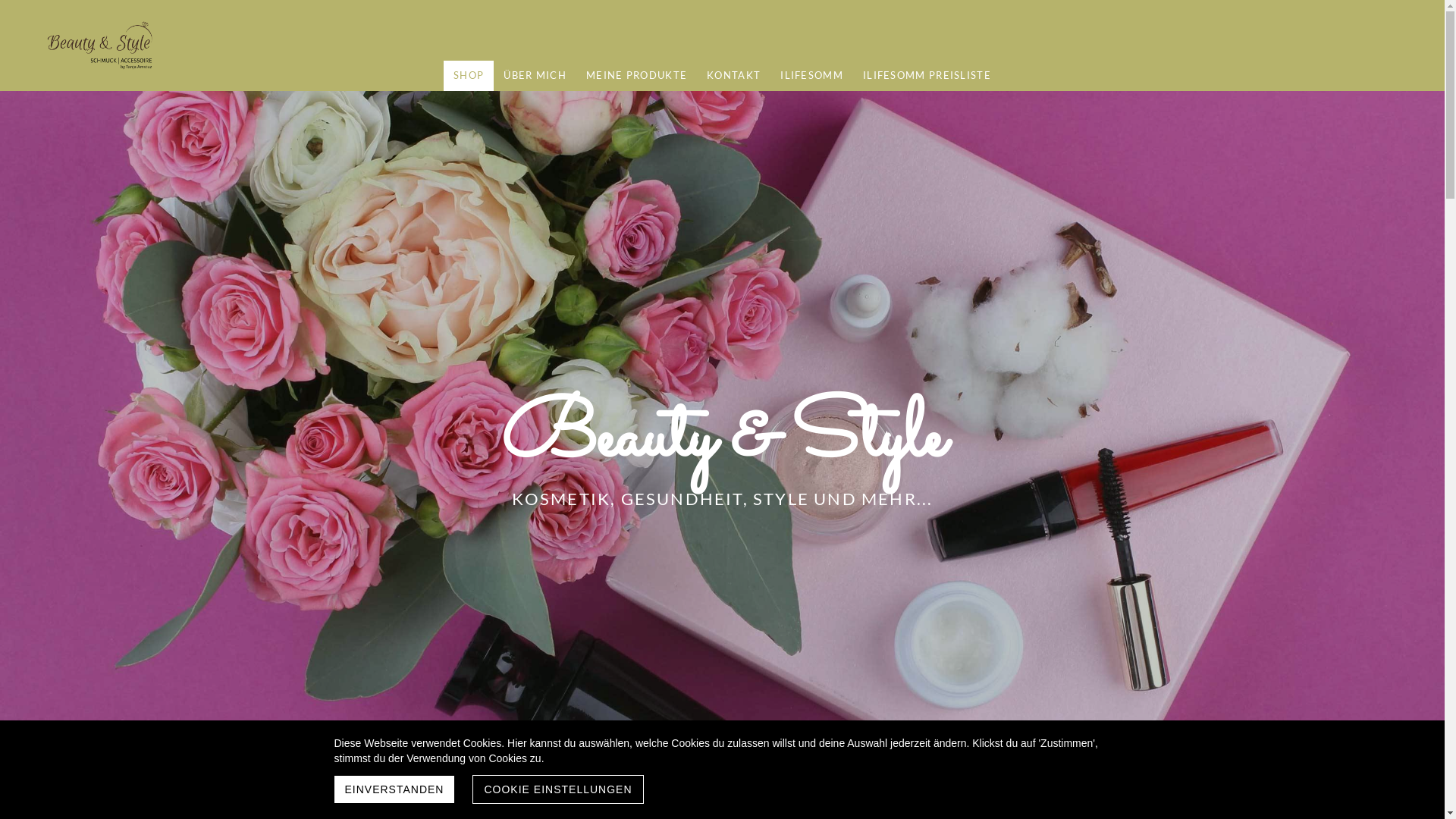 The width and height of the screenshot is (1456, 819). I want to click on 'COOKIE EINSTELLUNGEN', so click(557, 789).